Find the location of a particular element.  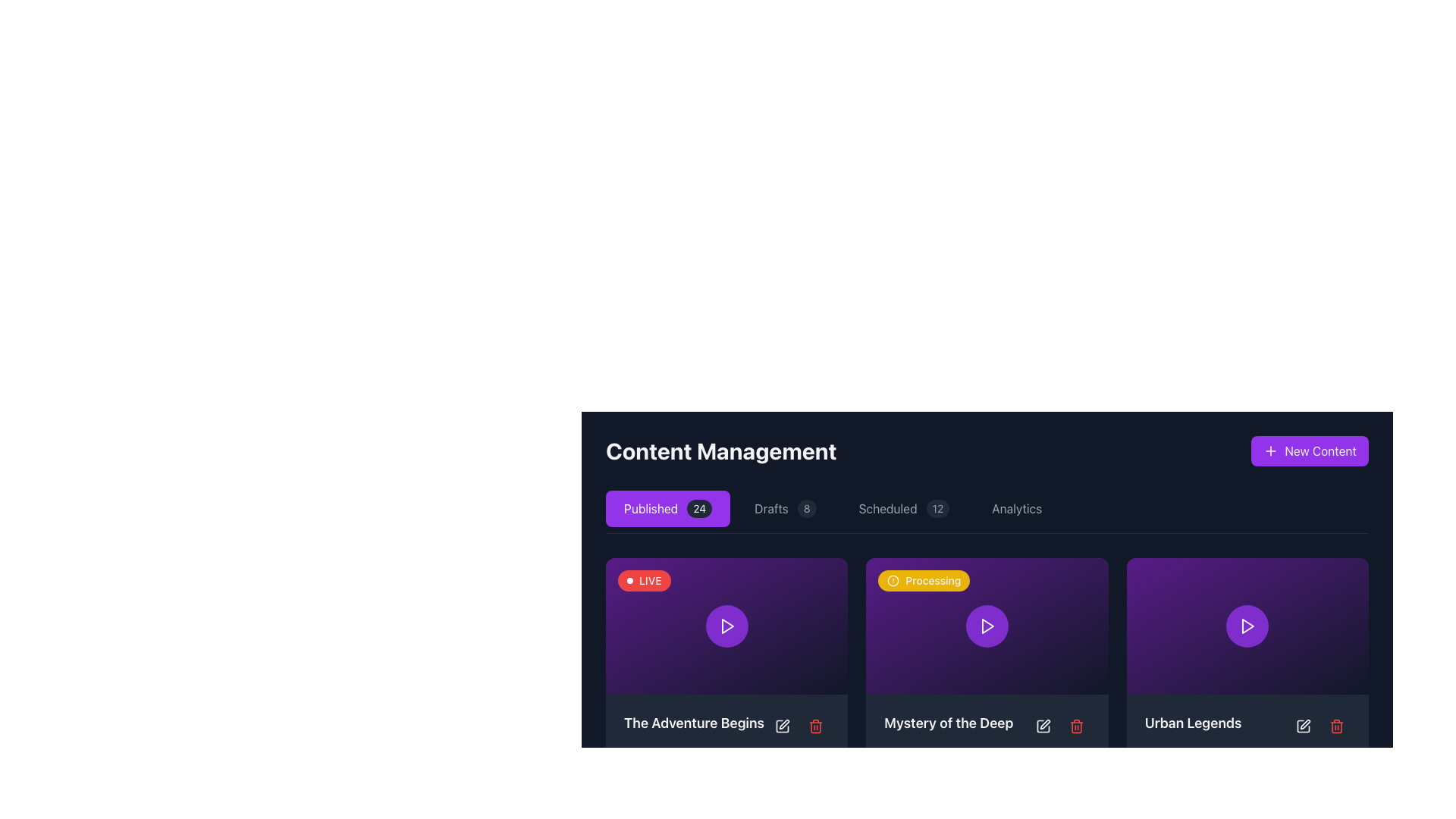

the delete icon located at the bottom right of the card titled 'The Adventure Begins' in the 'Published' section of the 'Content Management' interface is located at coordinates (815, 726).